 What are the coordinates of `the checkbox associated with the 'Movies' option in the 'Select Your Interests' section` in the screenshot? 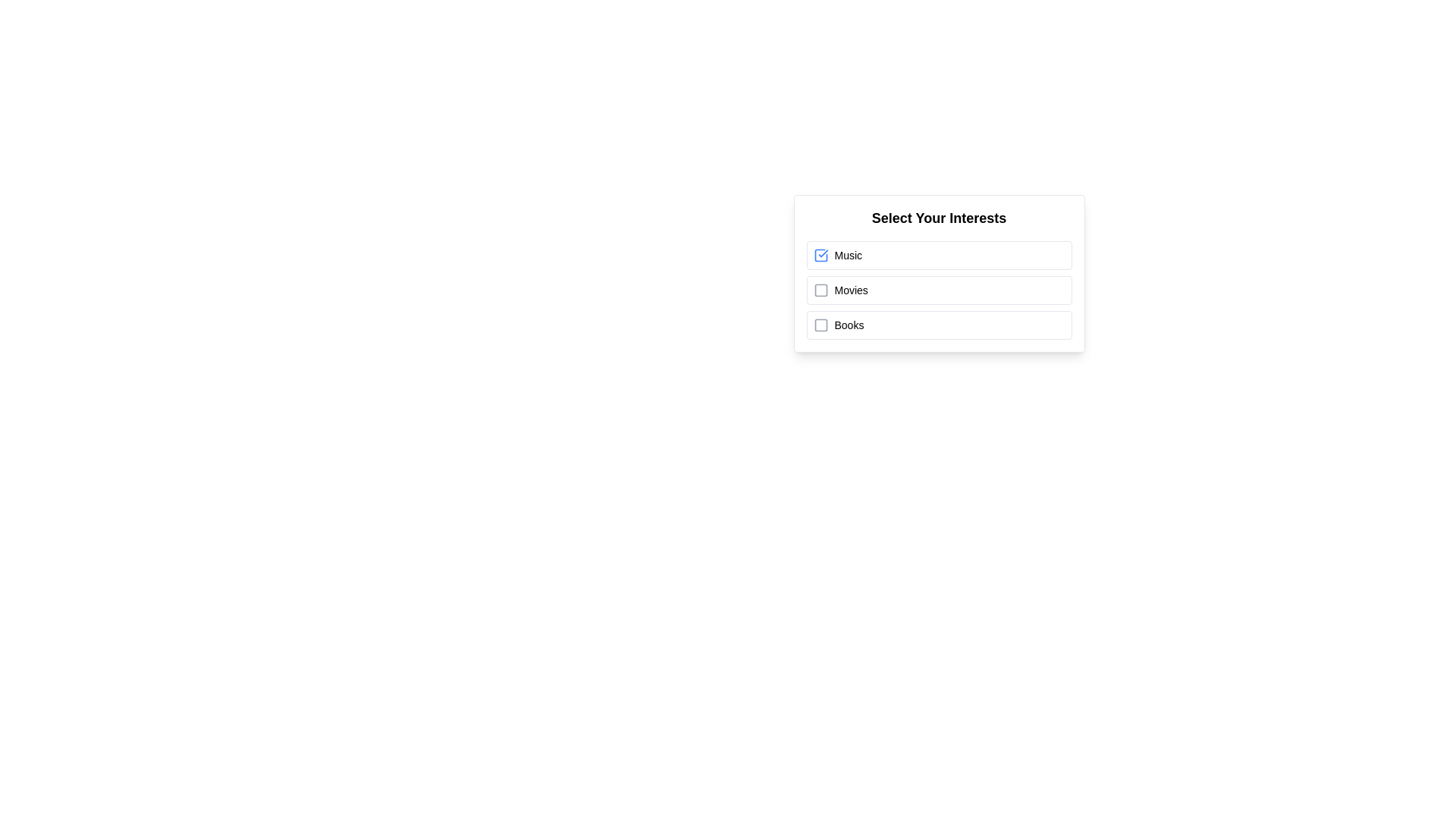 It's located at (820, 290).